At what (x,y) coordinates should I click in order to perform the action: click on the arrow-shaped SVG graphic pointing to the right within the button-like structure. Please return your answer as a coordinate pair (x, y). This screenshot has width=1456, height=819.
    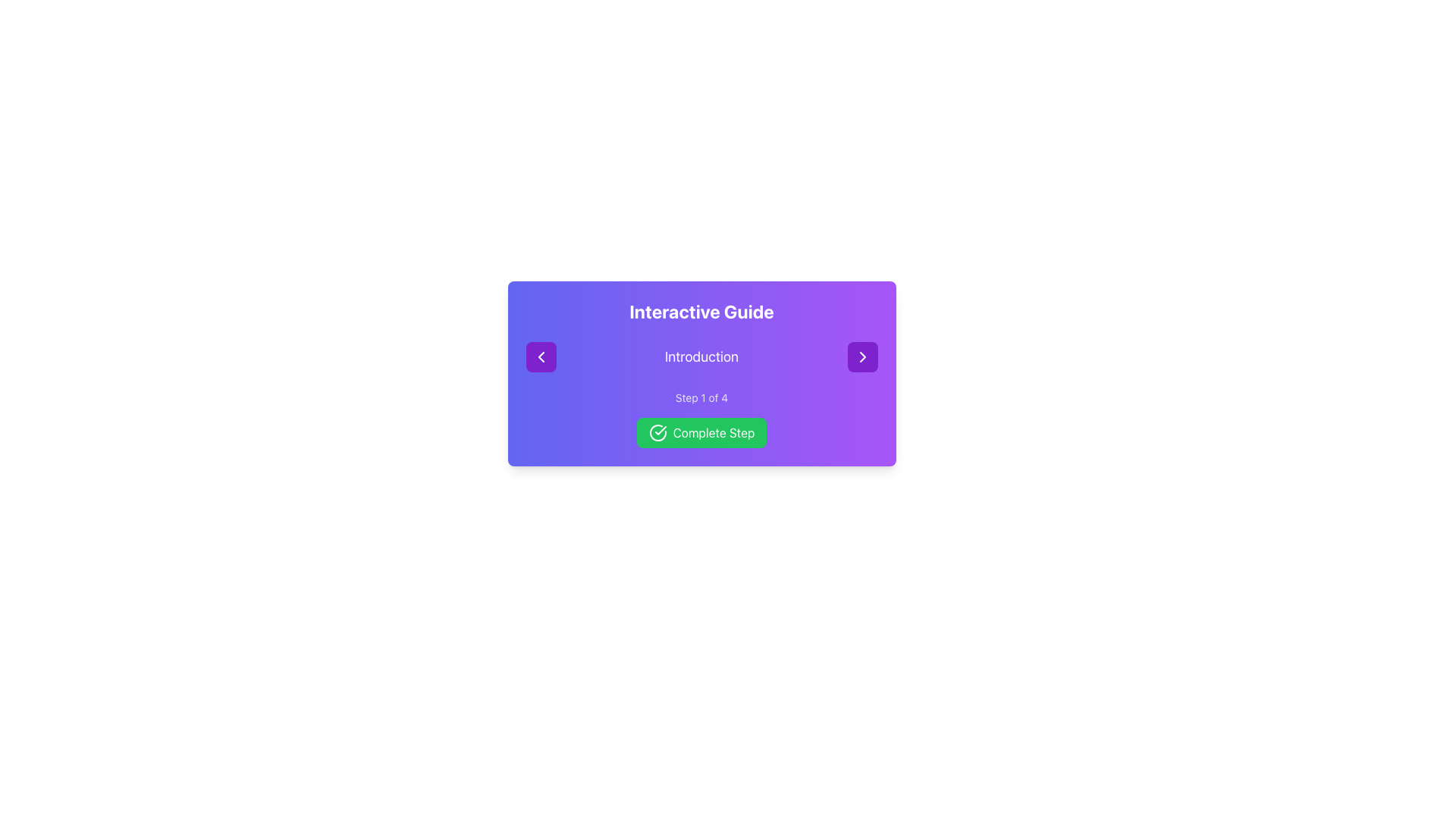
    Looking at the image, I should click on (862, 356).